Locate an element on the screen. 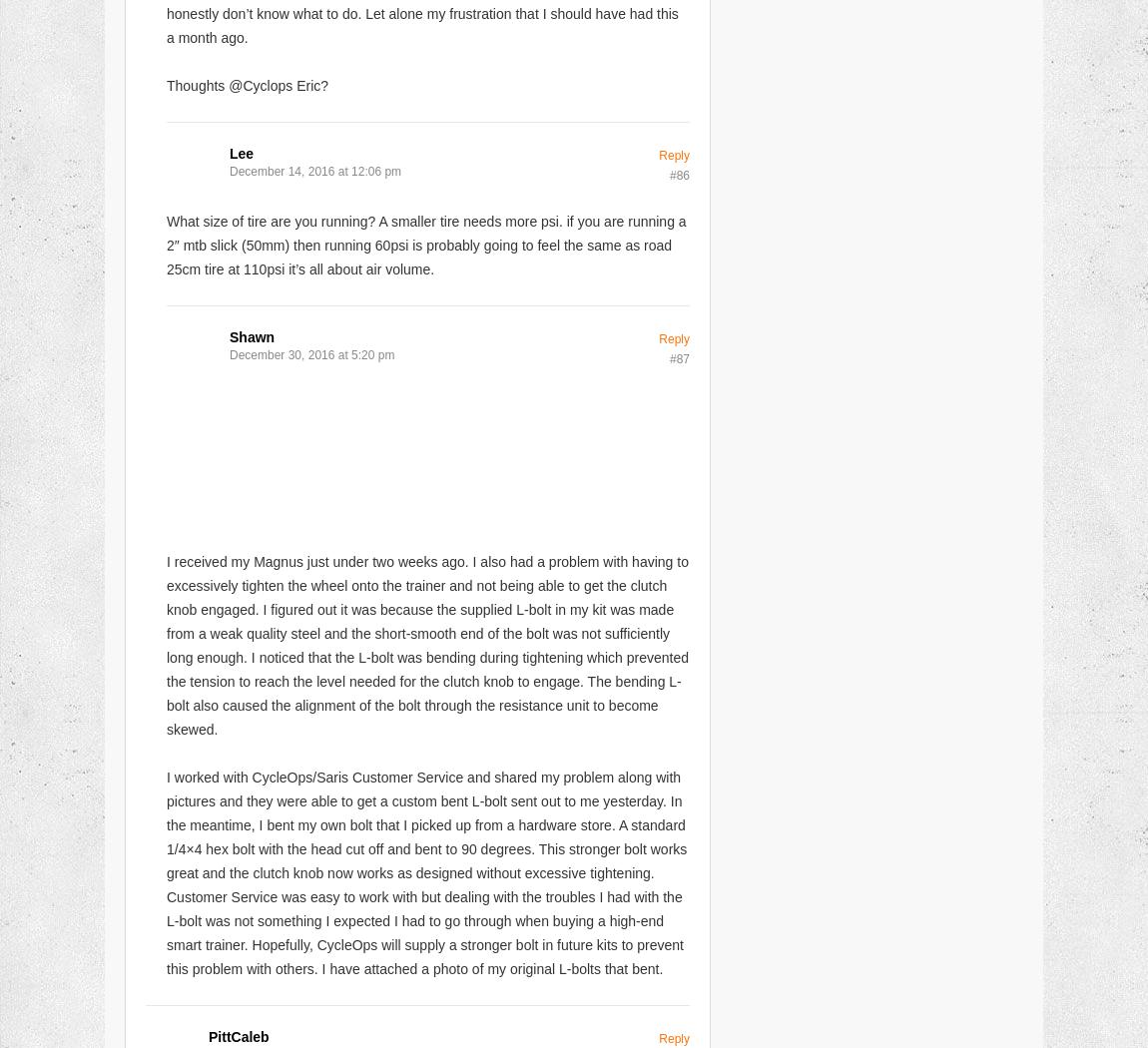 The image size is (1148, 1048). 'December 14, 2016 at 12:06 pm' is located at coordinates (229, 171).